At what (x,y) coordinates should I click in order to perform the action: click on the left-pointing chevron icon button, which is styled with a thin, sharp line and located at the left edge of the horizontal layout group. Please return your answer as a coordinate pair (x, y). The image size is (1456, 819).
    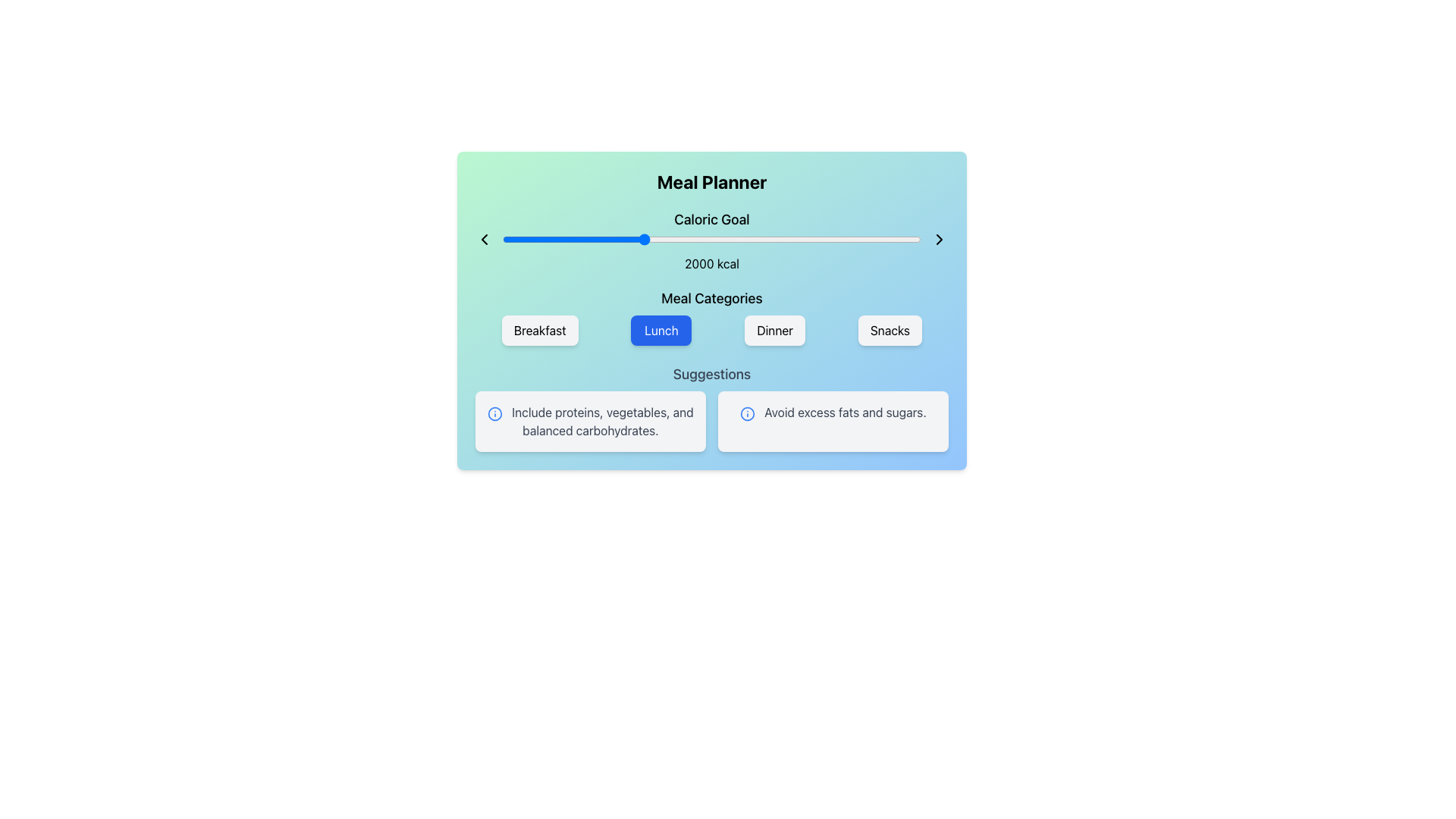
    Looking at the image, I should click on (483, 239).